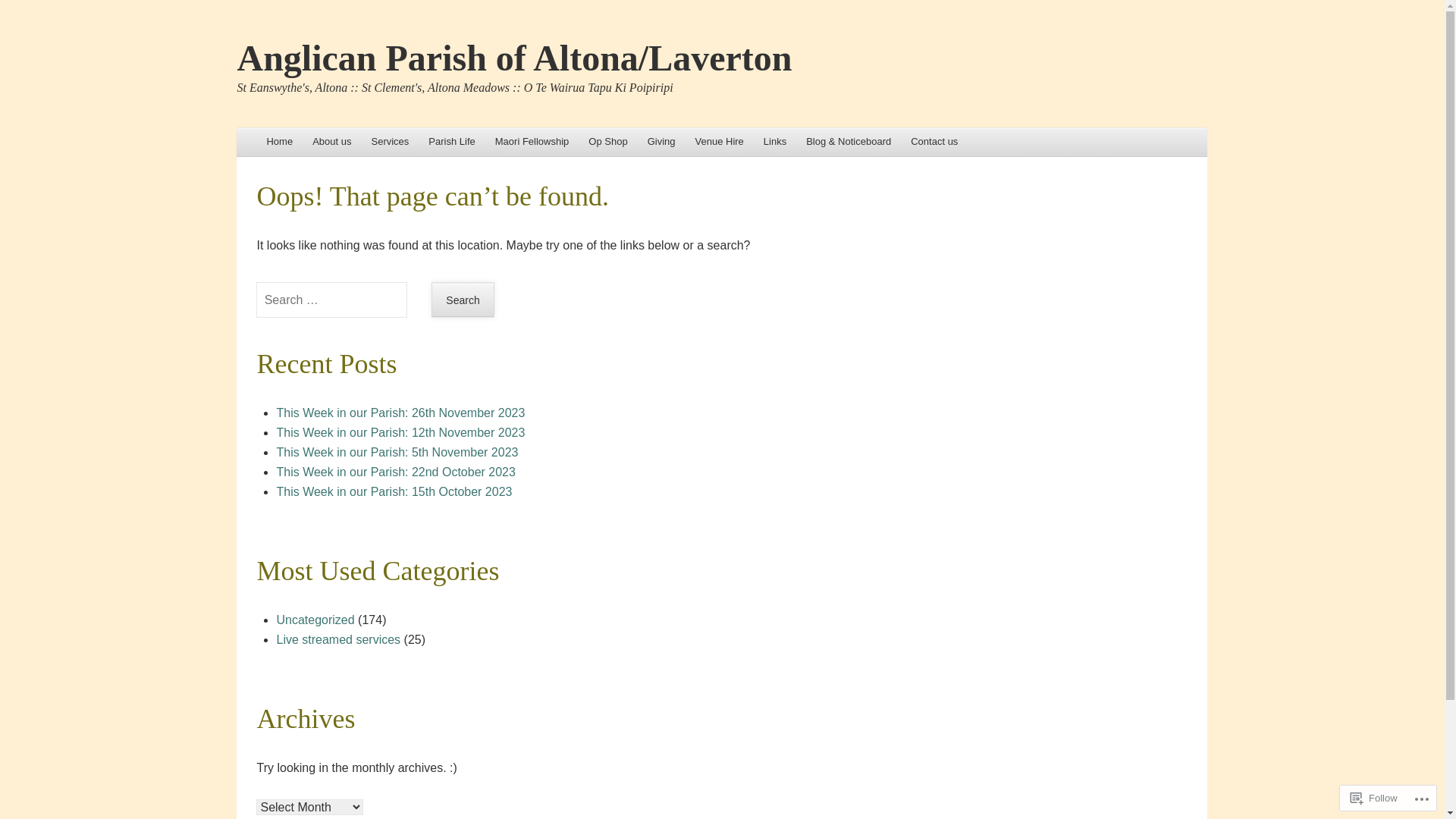  I want to click on 'This Week in our Parish: 22nd October 2023', so click(395, 471).